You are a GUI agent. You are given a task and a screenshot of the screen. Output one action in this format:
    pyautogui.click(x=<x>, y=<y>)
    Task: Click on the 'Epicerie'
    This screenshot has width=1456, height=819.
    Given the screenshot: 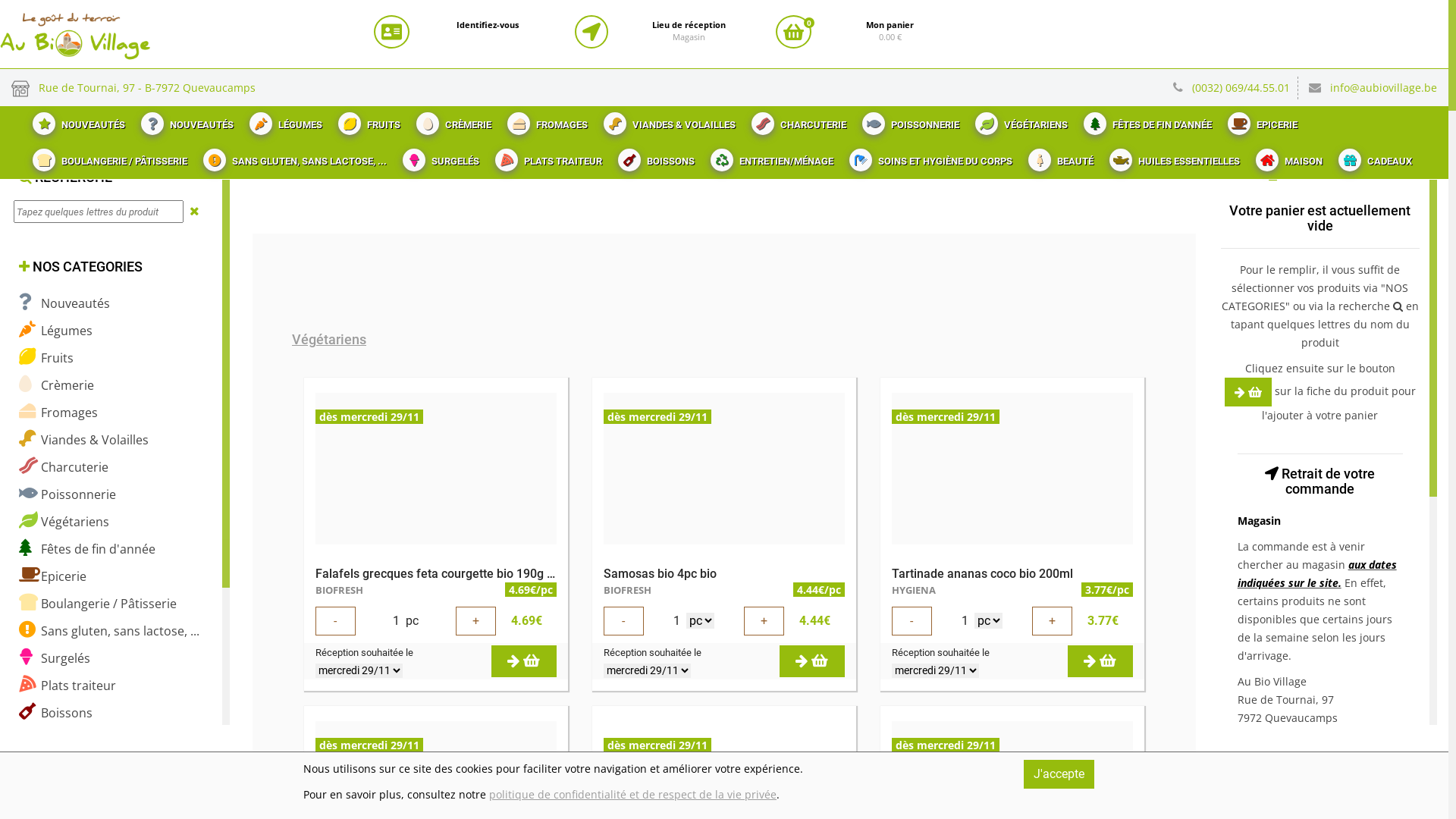 What is the action you would take?
    pyautogui.click(x=52, y=576)
    